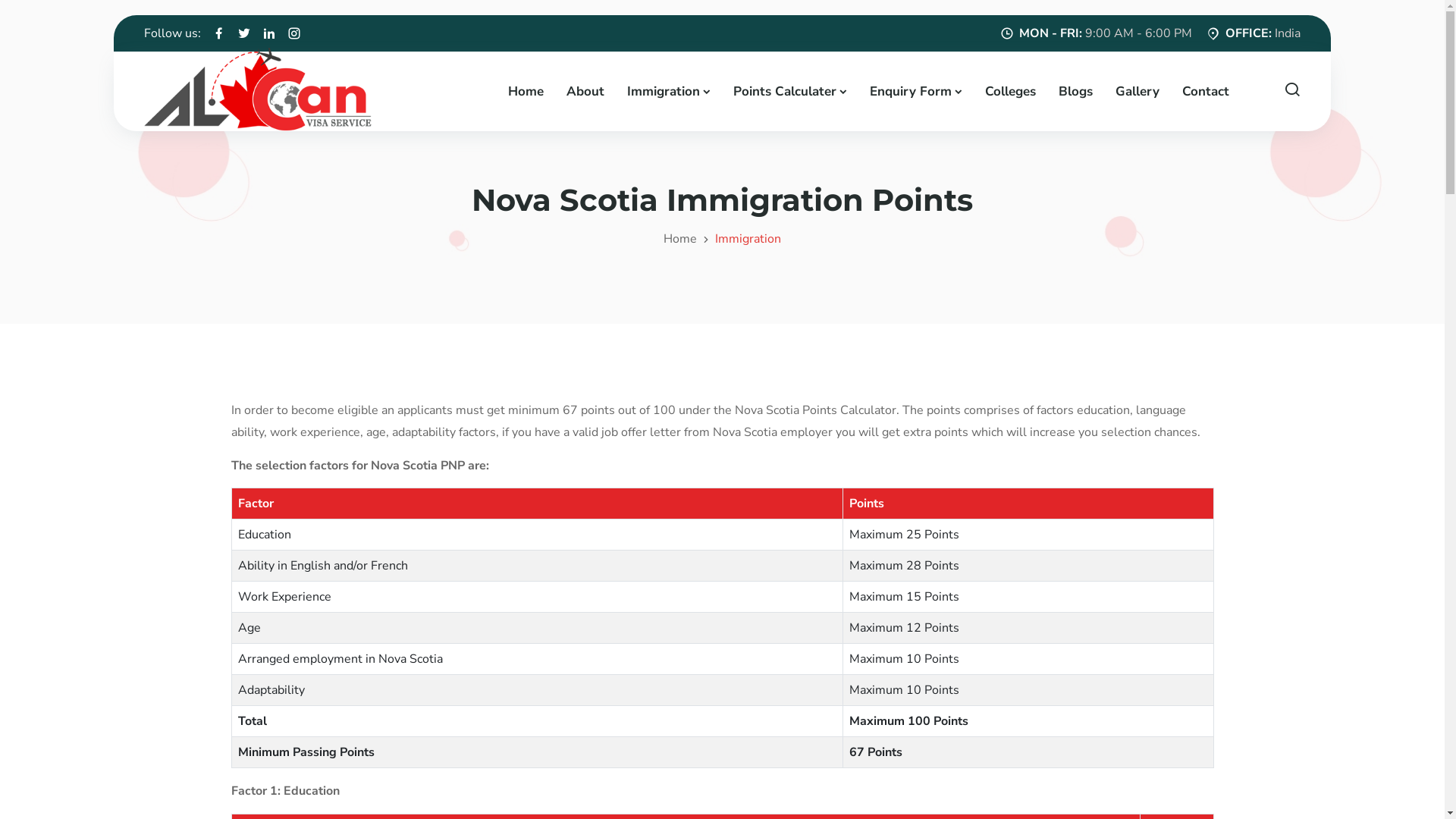  Describe the element at coordinates (1009, 90) in the screenshot. I see `'Colleges'` at that location.